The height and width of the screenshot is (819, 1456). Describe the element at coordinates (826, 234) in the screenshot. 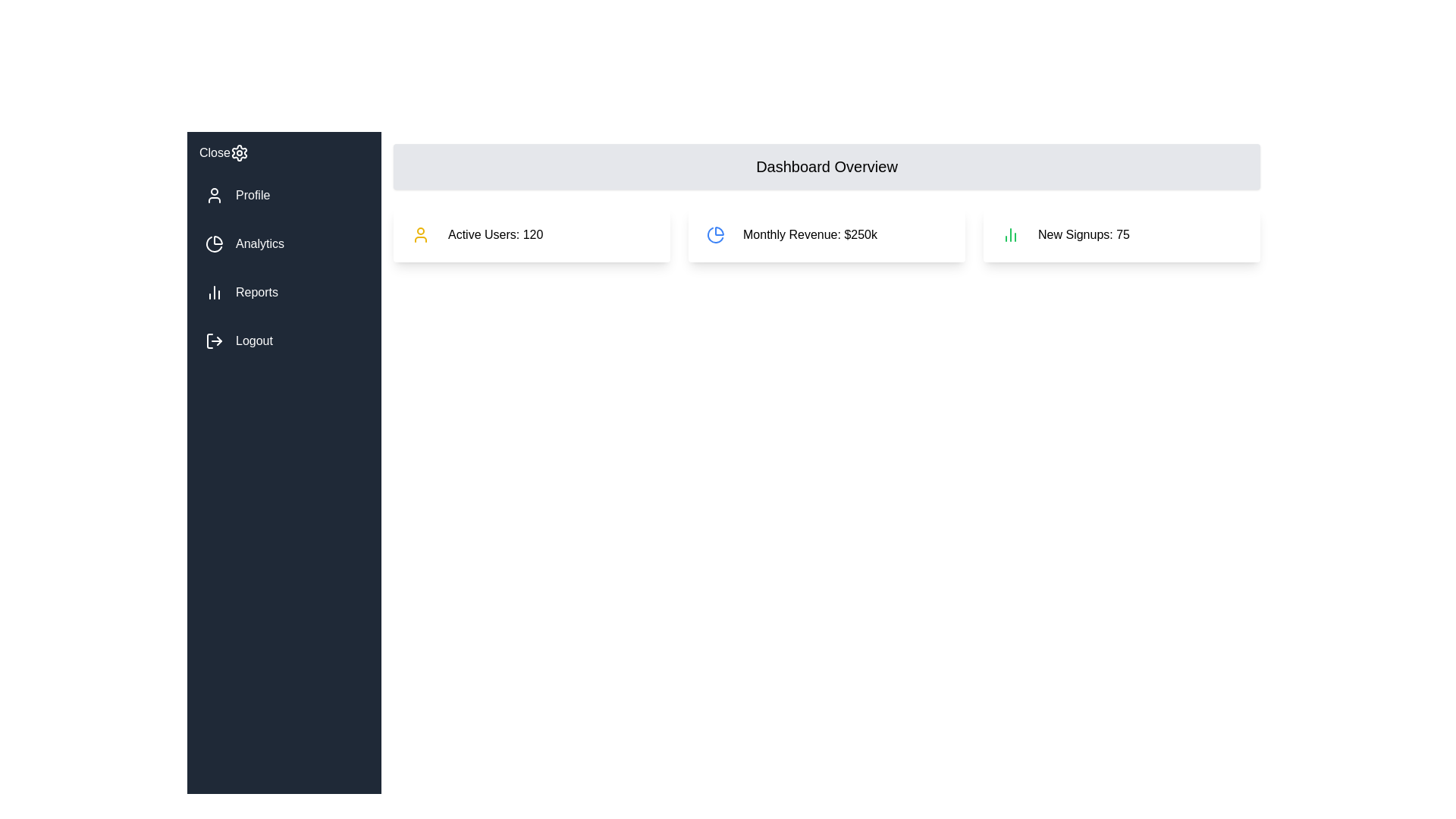

I see `the Information Card that displays the monthly revenue metric, which is located in the second column of a three-column grid layout, positioned between 'Active Users: 120' on the left and 'New Signups: 75' on the right` at that location.